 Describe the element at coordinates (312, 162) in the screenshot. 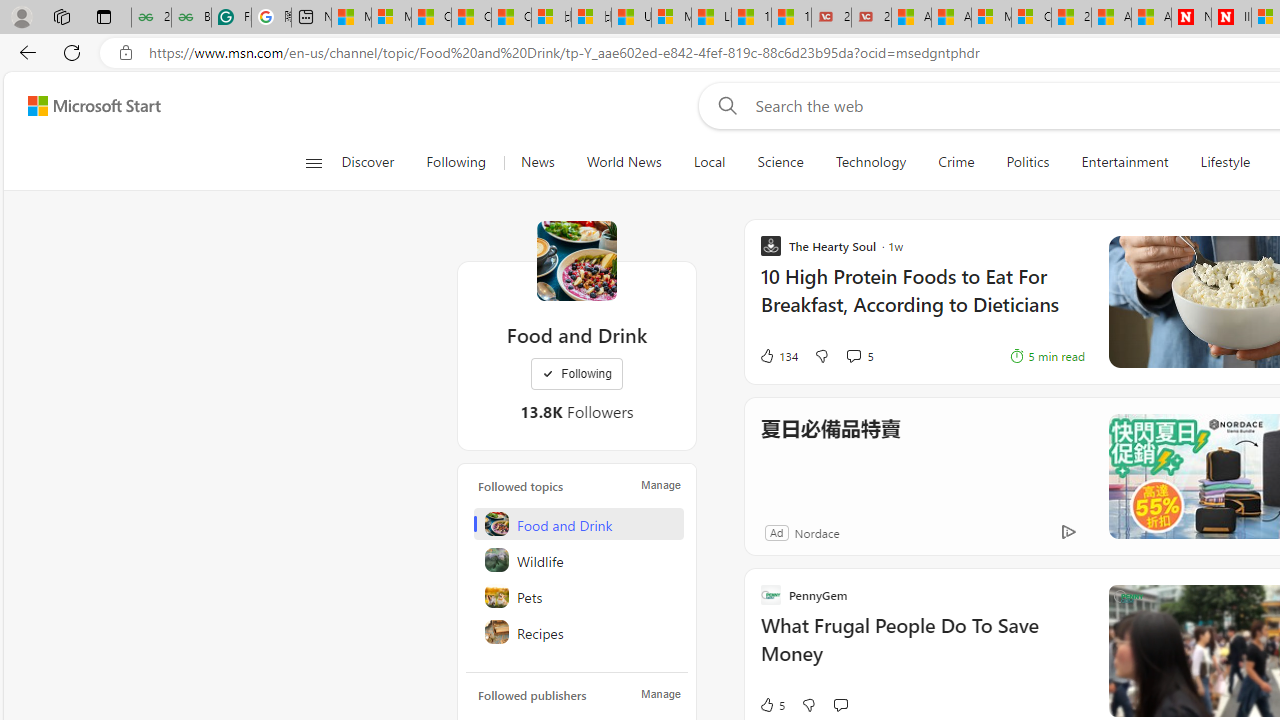

I see `'Open navigation menu'` at that location.